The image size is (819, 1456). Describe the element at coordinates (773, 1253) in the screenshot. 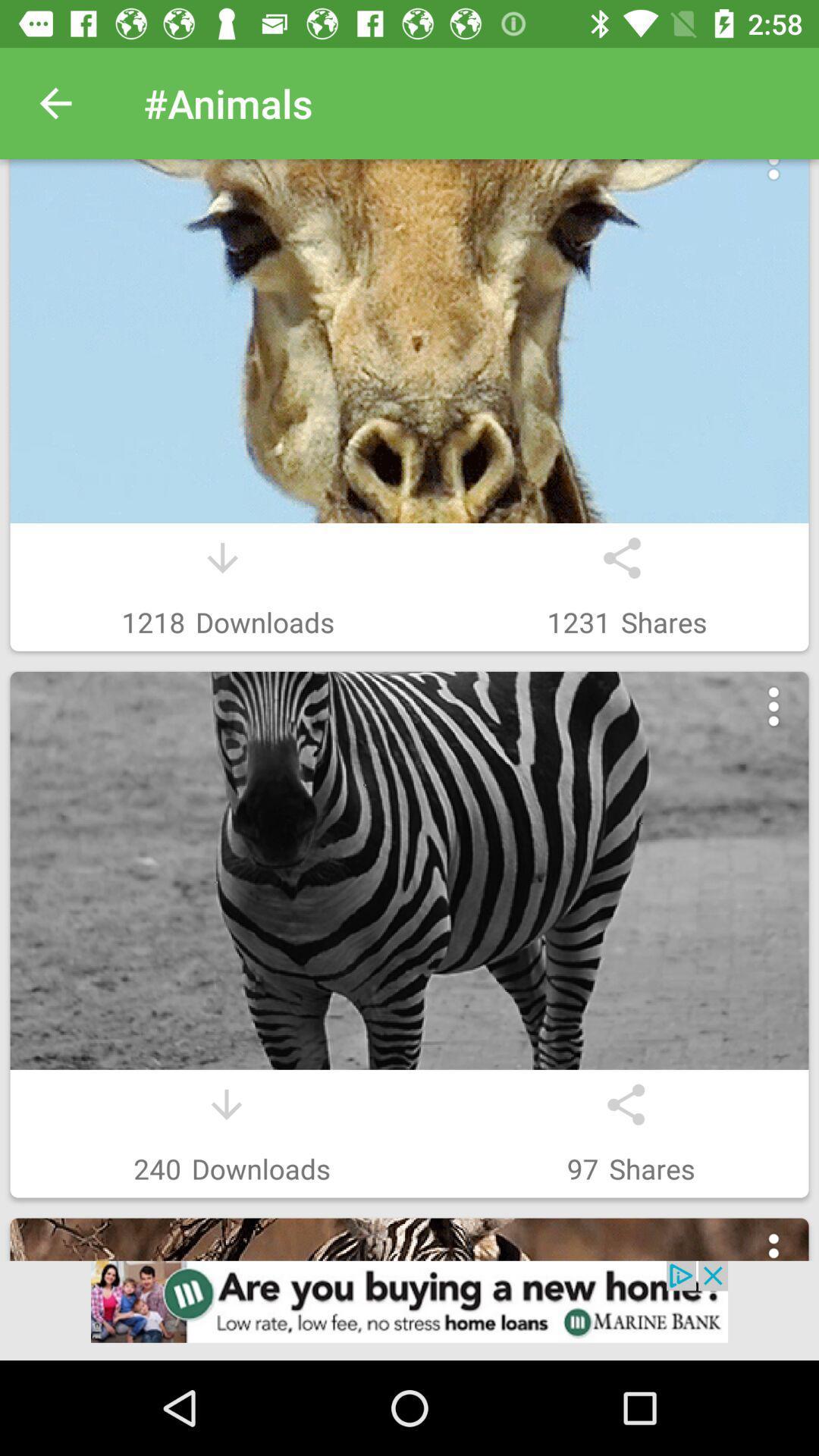

I see `look at more options` at that location.